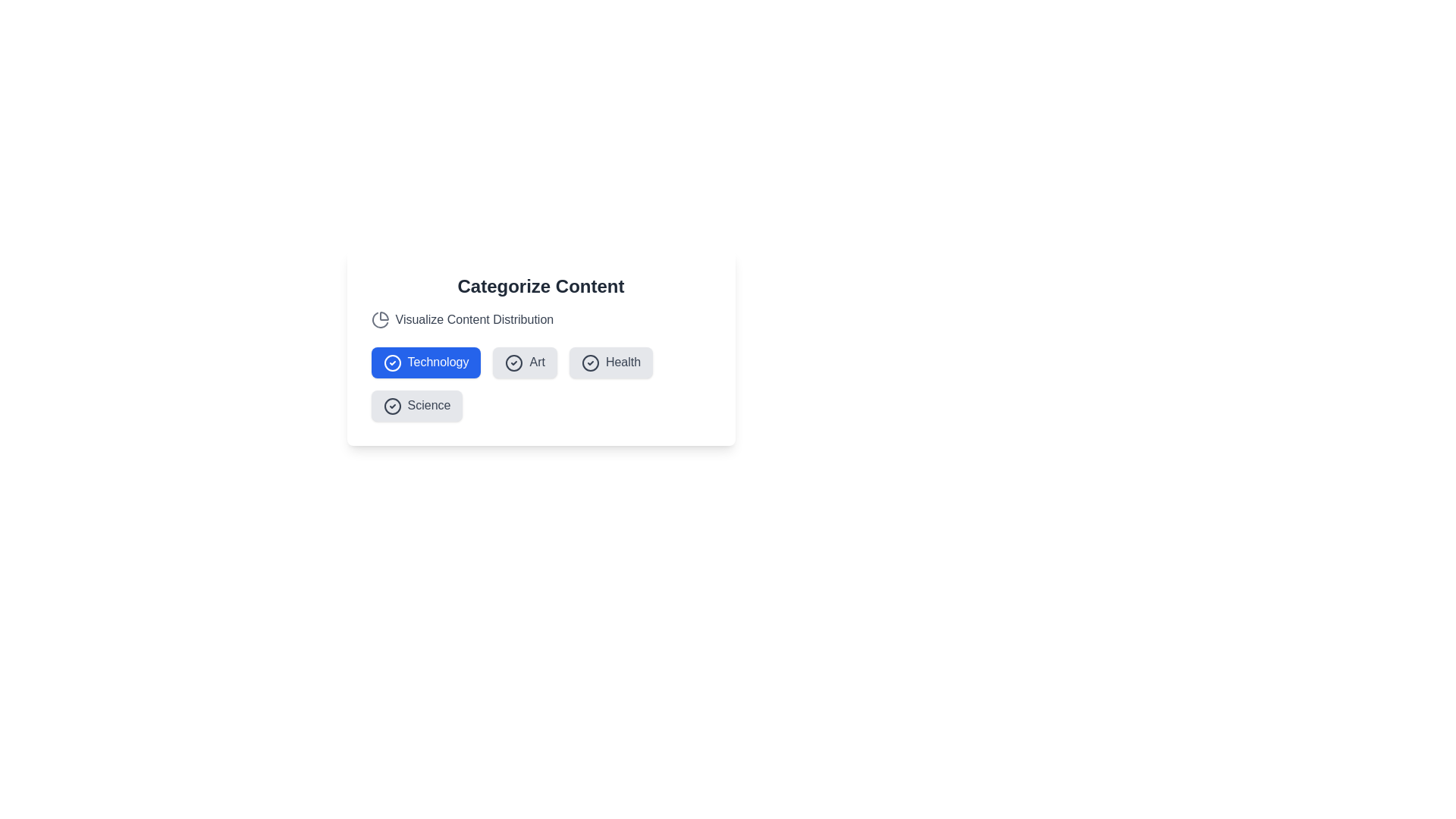 The image size is (1456, 819). Describe the element at coordinates (416, 405) in the screenshot. I see `the Science button to view its hover effect` at that location.